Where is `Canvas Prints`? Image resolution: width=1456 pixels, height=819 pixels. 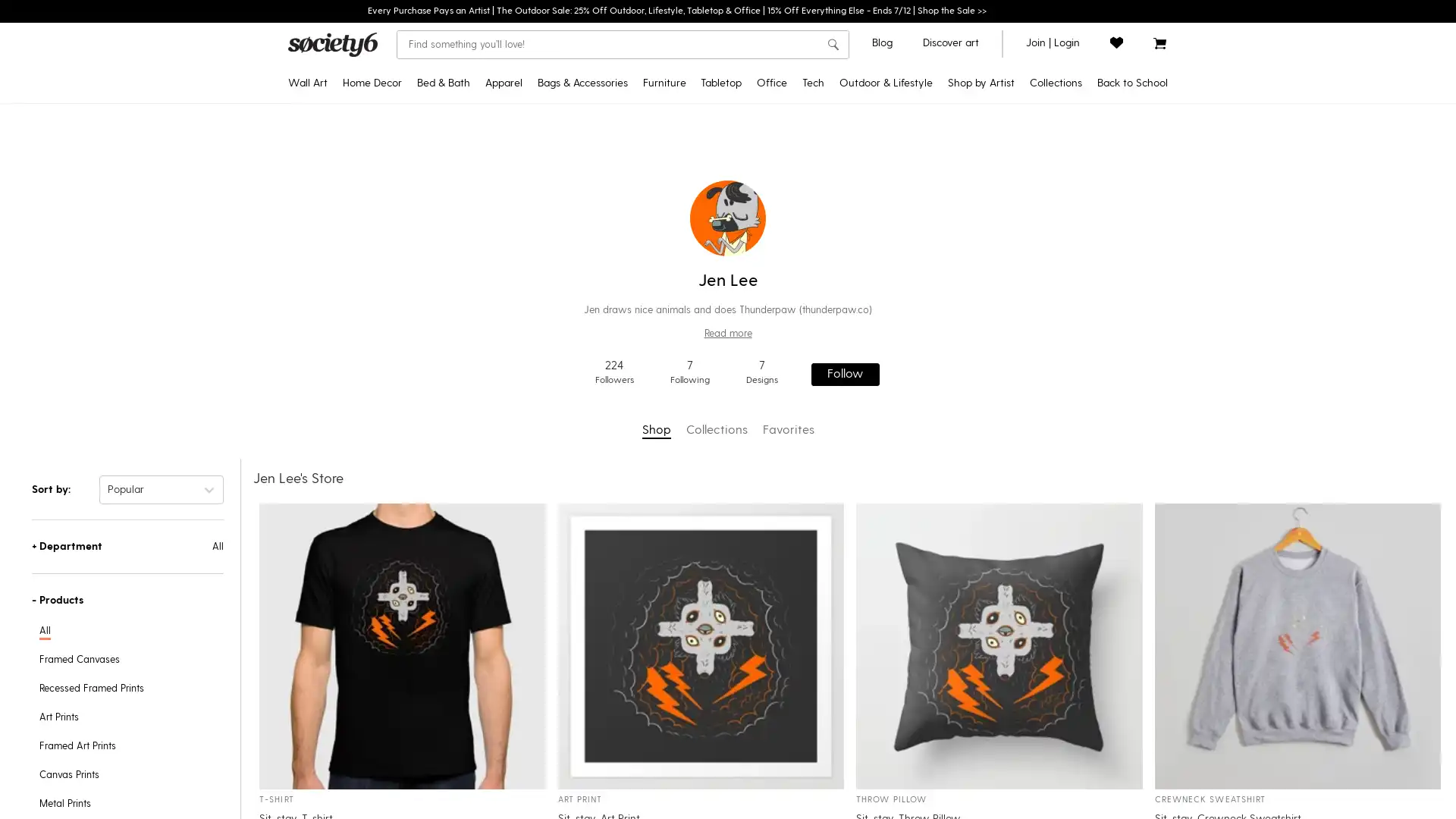
Canvas Prints is located at coordinates (356, 194).